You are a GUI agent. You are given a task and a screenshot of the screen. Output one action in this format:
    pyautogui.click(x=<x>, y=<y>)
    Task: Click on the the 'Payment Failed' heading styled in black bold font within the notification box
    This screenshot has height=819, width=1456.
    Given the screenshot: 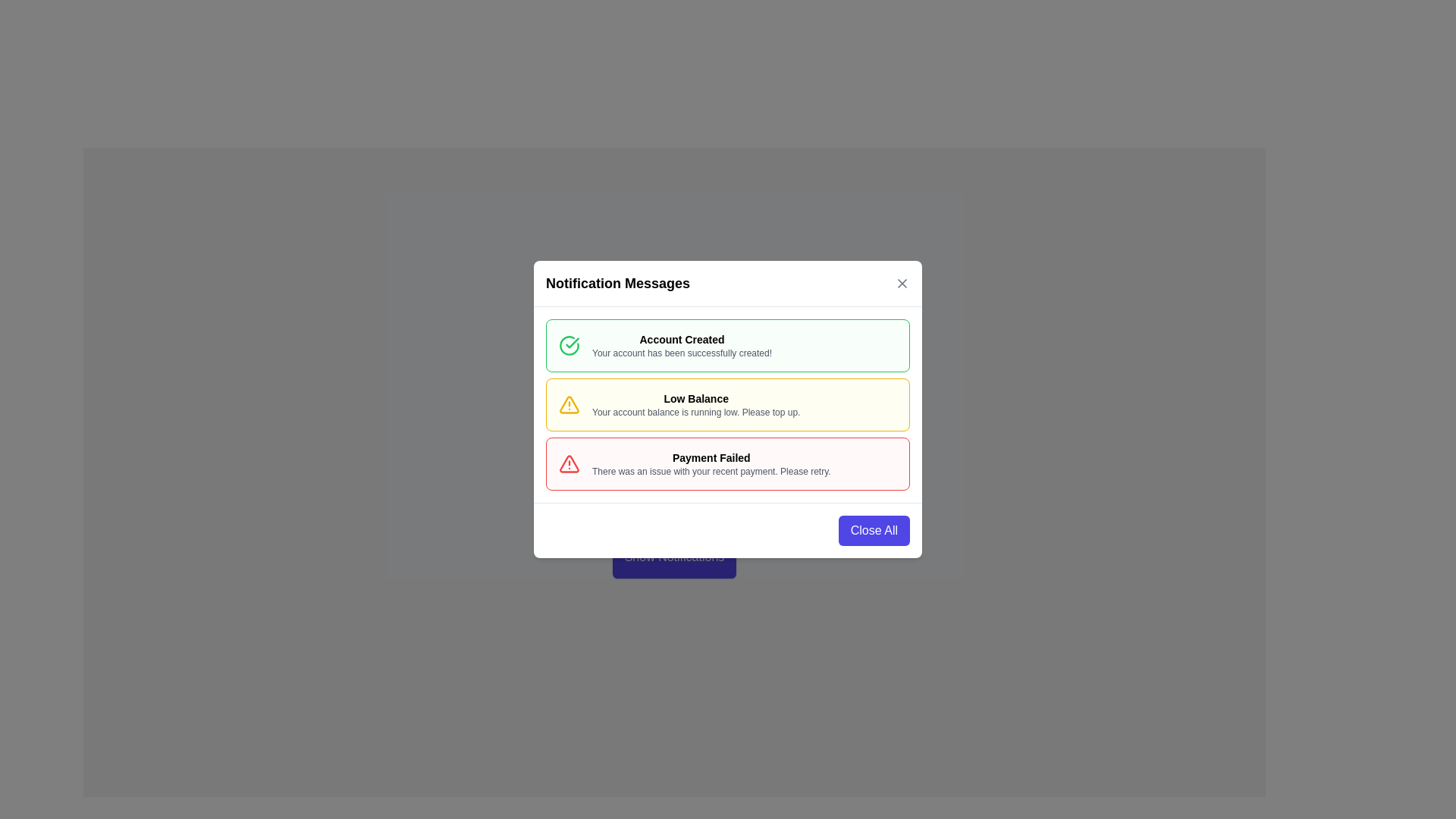 What is the action you would take?
    pyautogui.click(x=711, y=457)
    